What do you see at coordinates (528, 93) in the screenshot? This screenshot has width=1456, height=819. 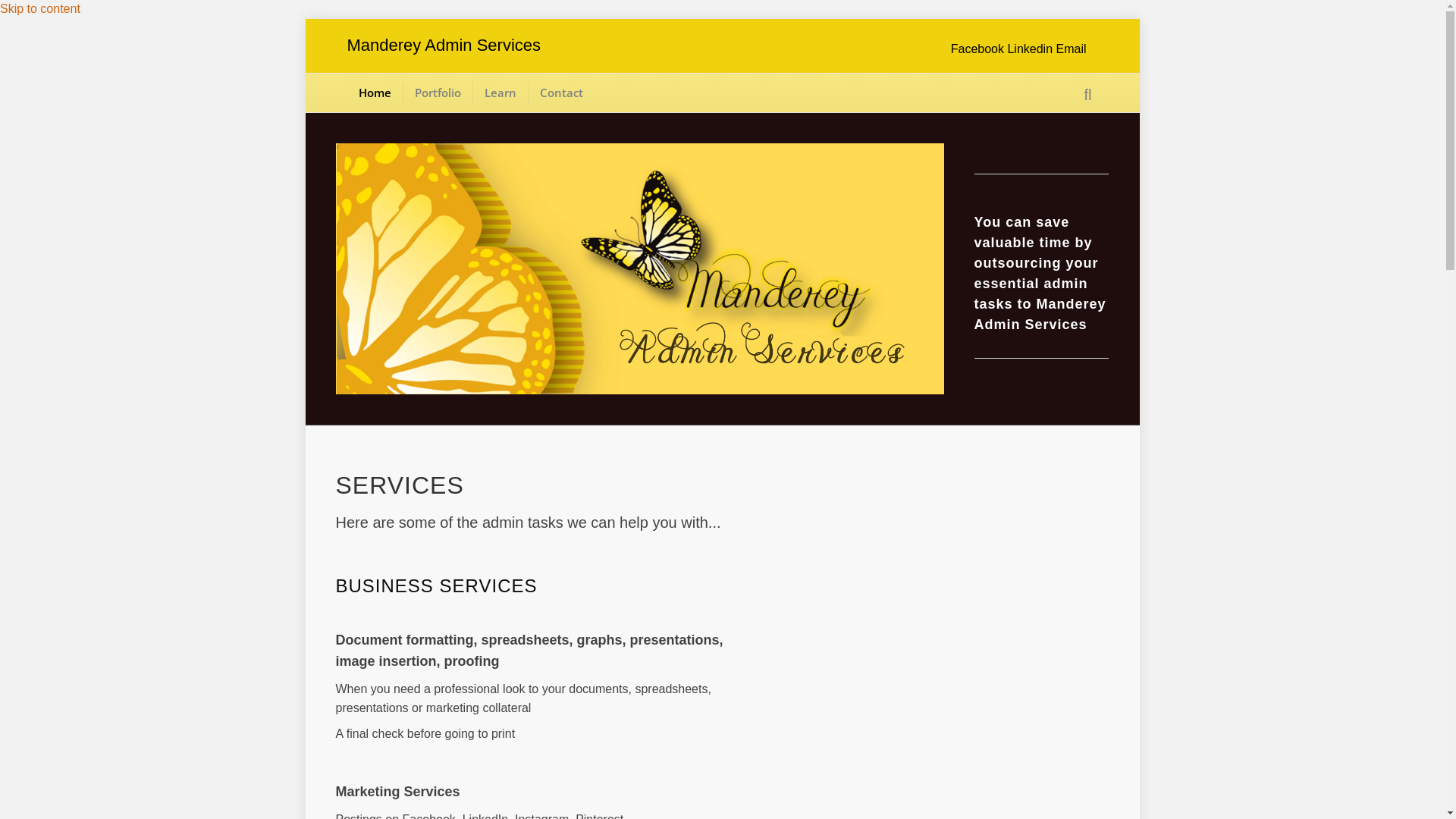 I see `'Contact'` at bounding box center [528, 93].